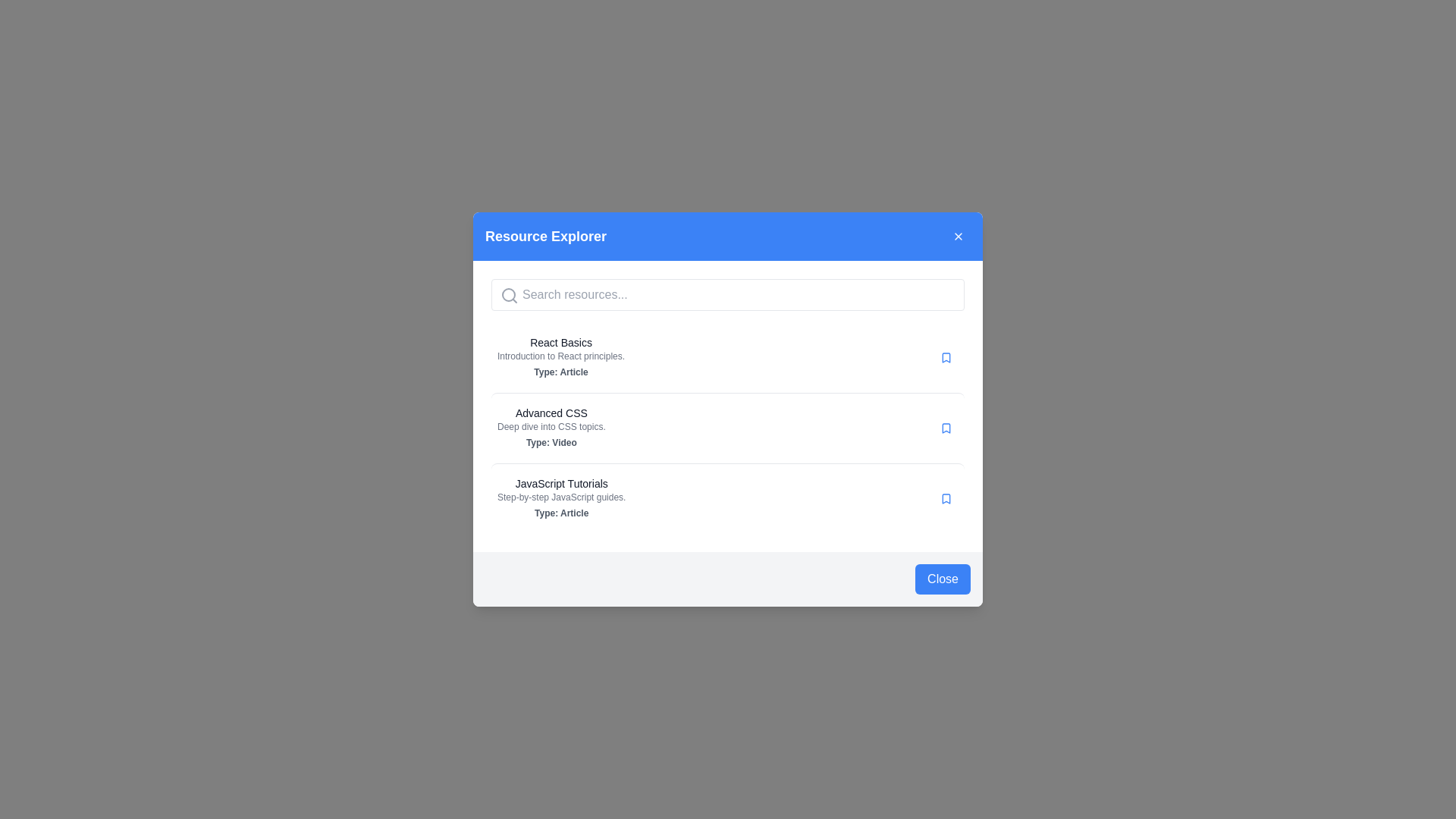 The width and height of the screenshot is (1456, 819). Describe the element at coordinates (560, 483) in the screenshot. I see `the text label 'JavaScript Tutorials' which serves as the title of a listed item in the 'Resource Explorer' modal` at that location.